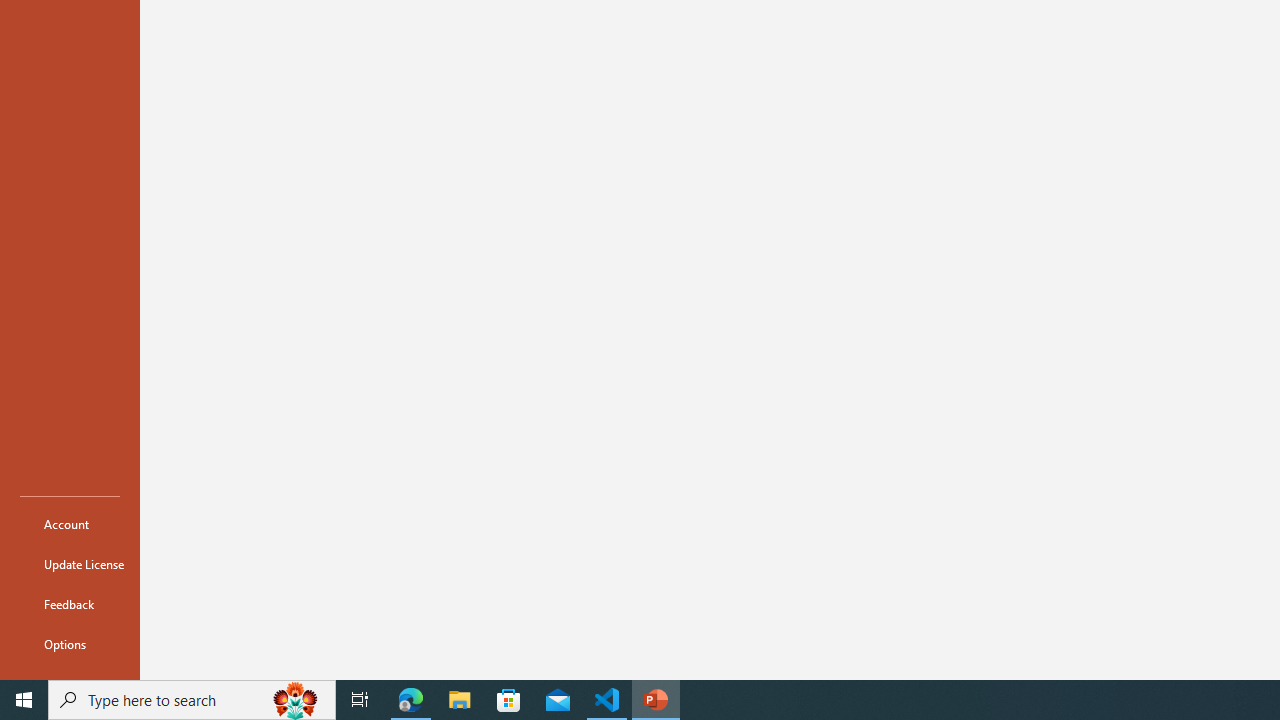  What do you see at coordinates (69, 644) in the screenshot?
I see `'Options'` at bounding box center [69, 644].